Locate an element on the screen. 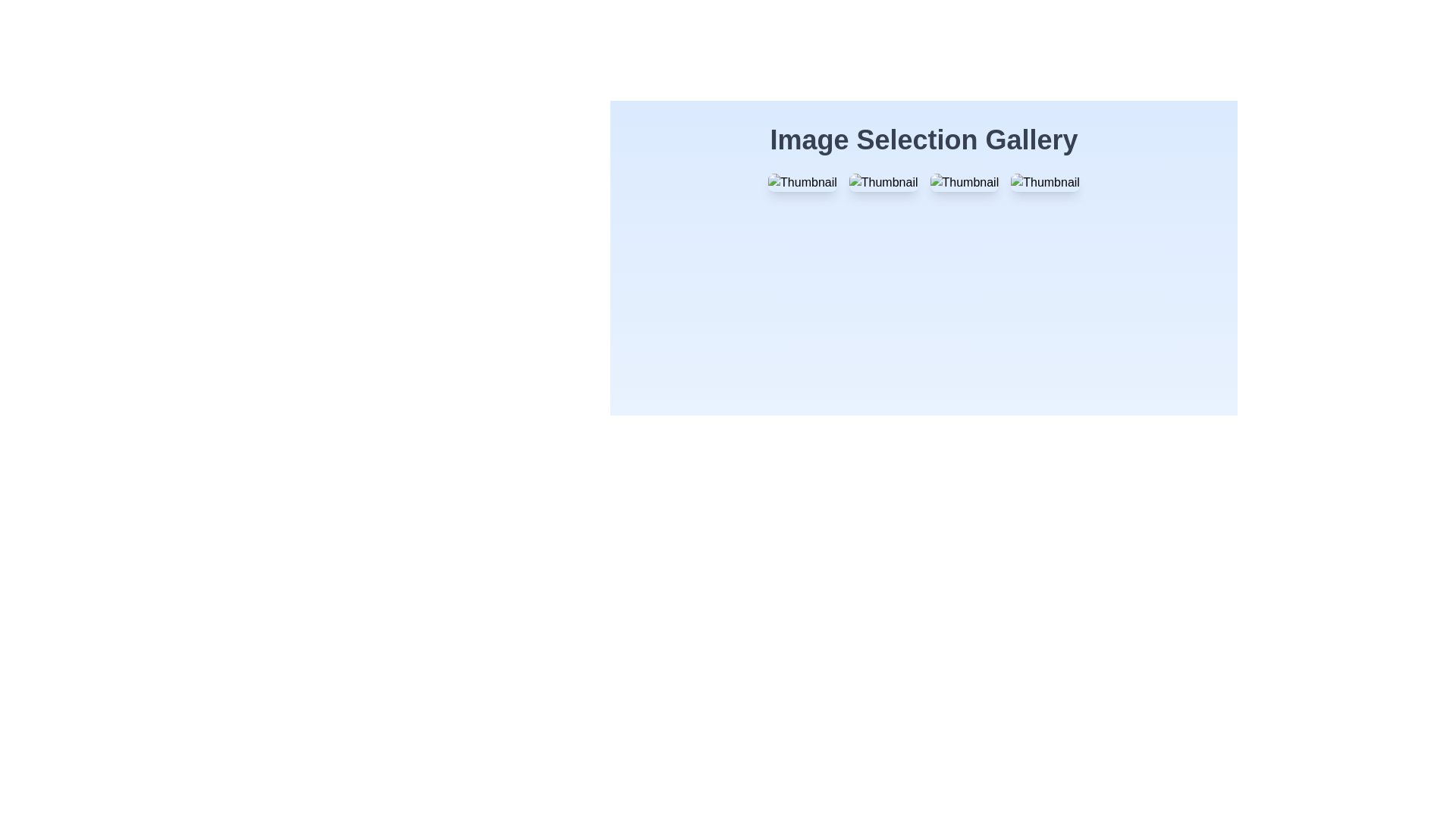 This screenshot has height=819, width=1456. the first thumbnail image in the top row of the grid layout is located at coordinates (802, 181).